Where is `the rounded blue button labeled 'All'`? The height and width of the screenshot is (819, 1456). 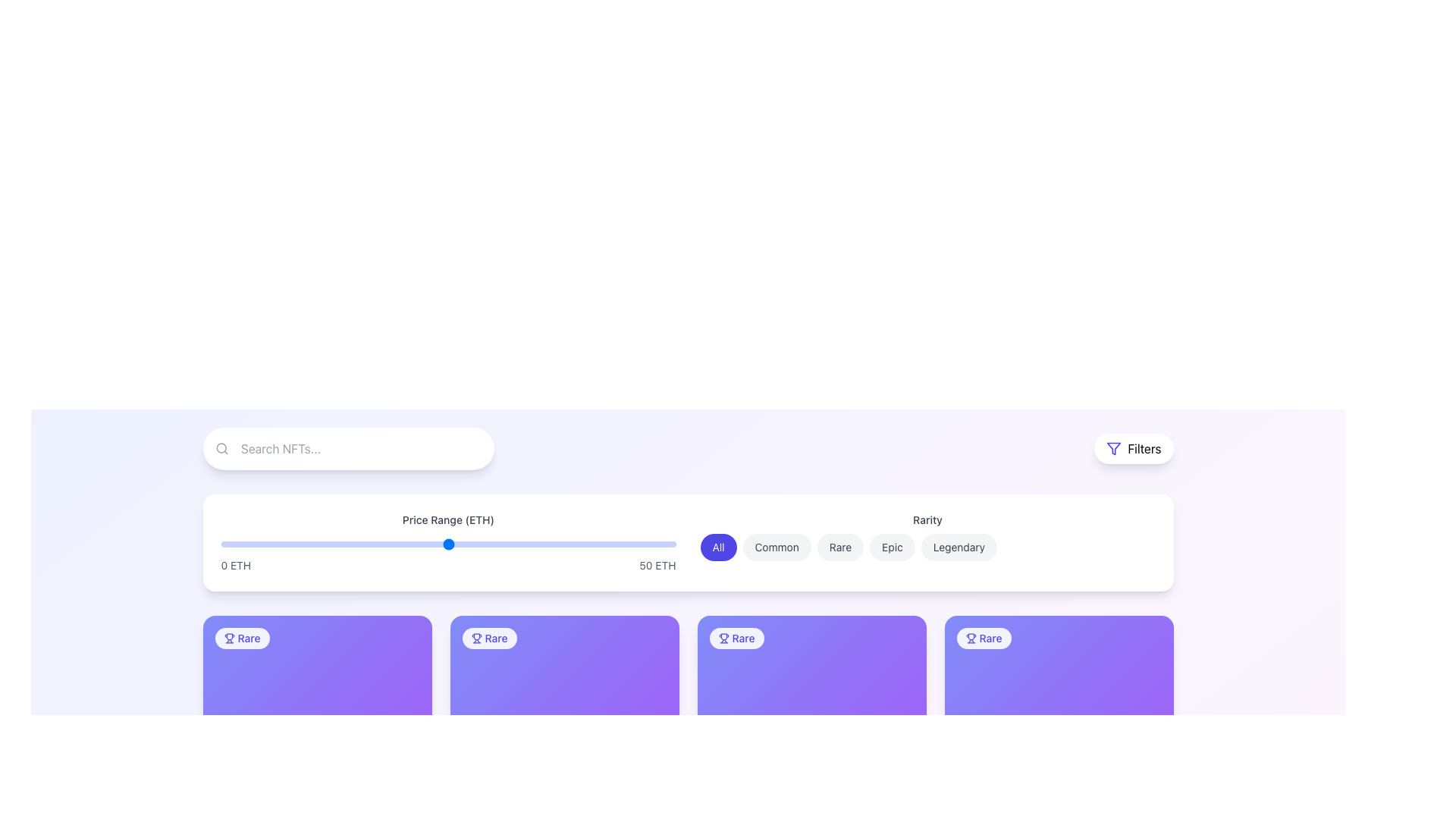 the rounded blue button labeled 'All' is located at coordinates (717, 547).